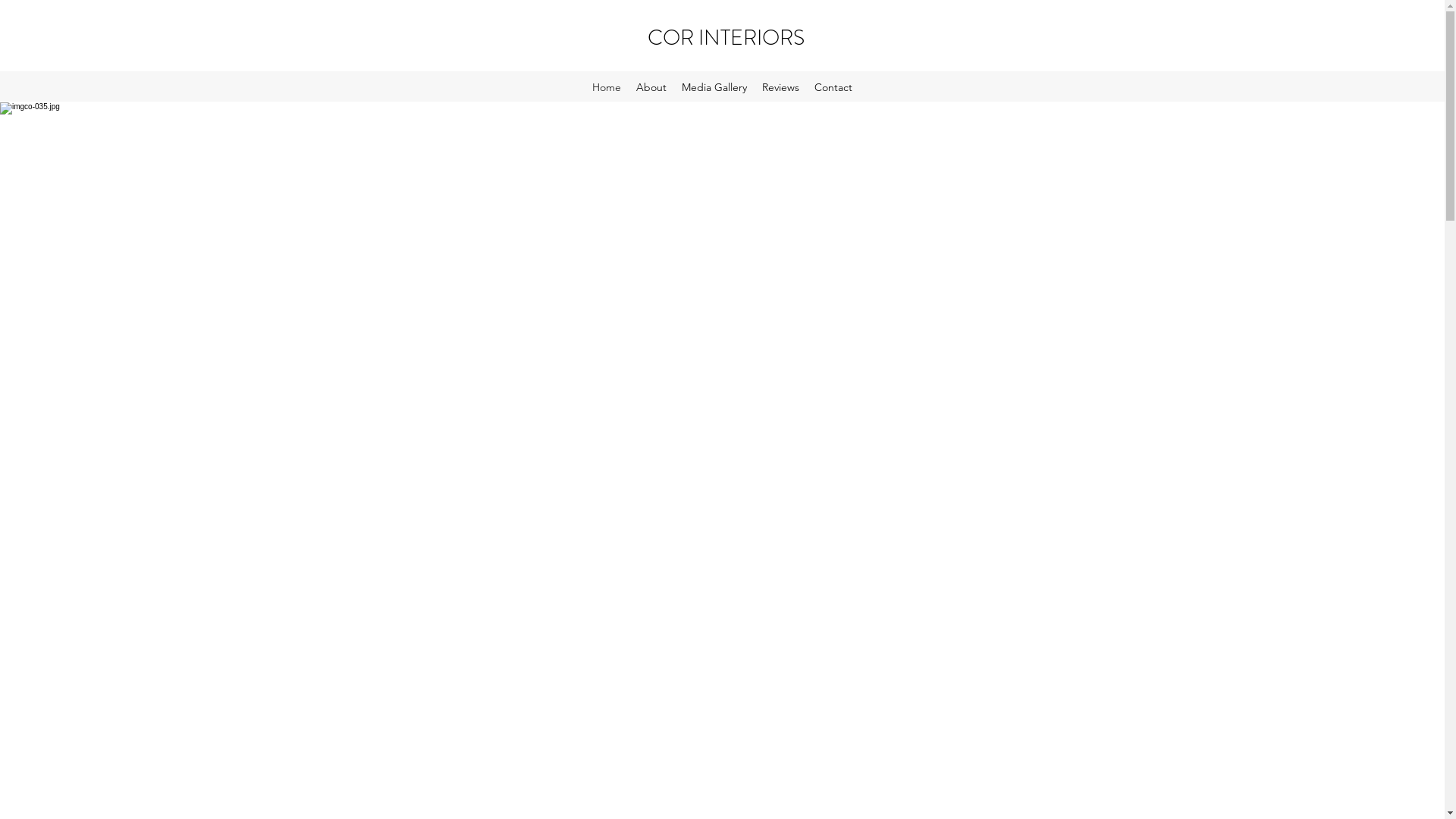 The width and height of the screenshot is (1456, 819). I want to click on 'Reviews', so click(780, 87).